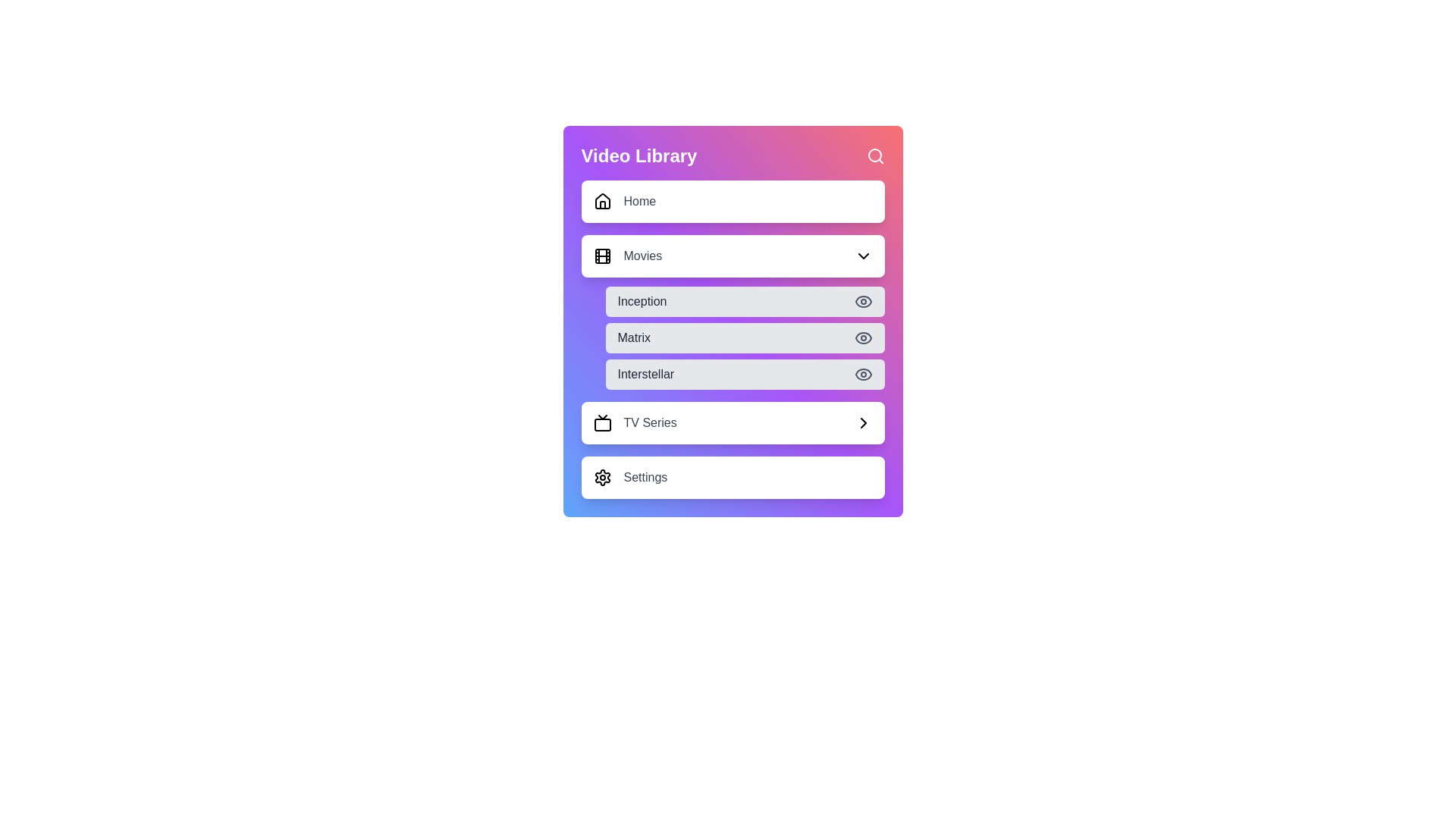  I want to click on the decorative 'Home' icon located in the top-left portion of the application interface, which enhances usability and recognition of the associated menu item, so click(601, 200).